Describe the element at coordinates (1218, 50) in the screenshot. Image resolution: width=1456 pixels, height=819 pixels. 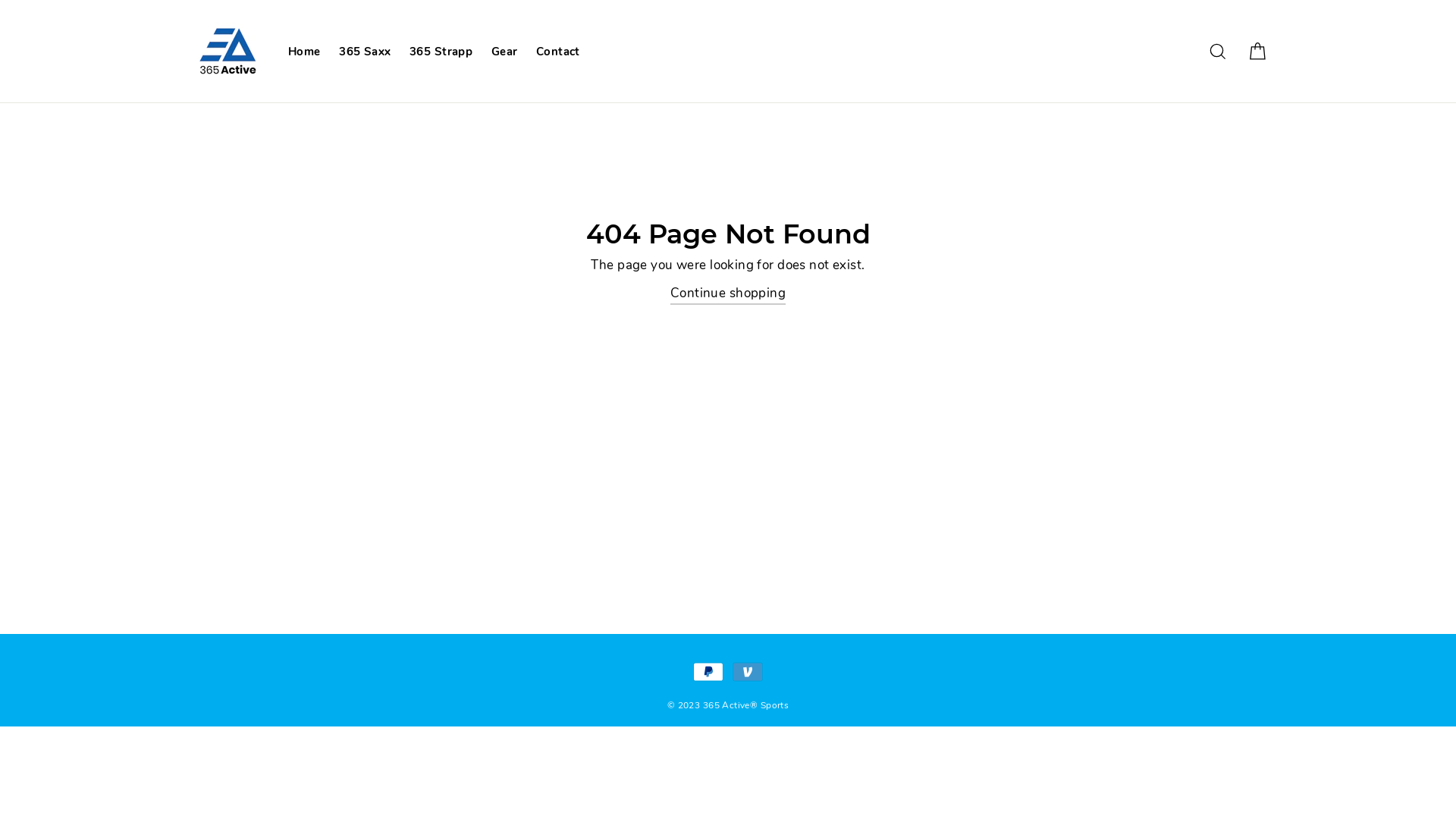
I see `'Search'` at that location.